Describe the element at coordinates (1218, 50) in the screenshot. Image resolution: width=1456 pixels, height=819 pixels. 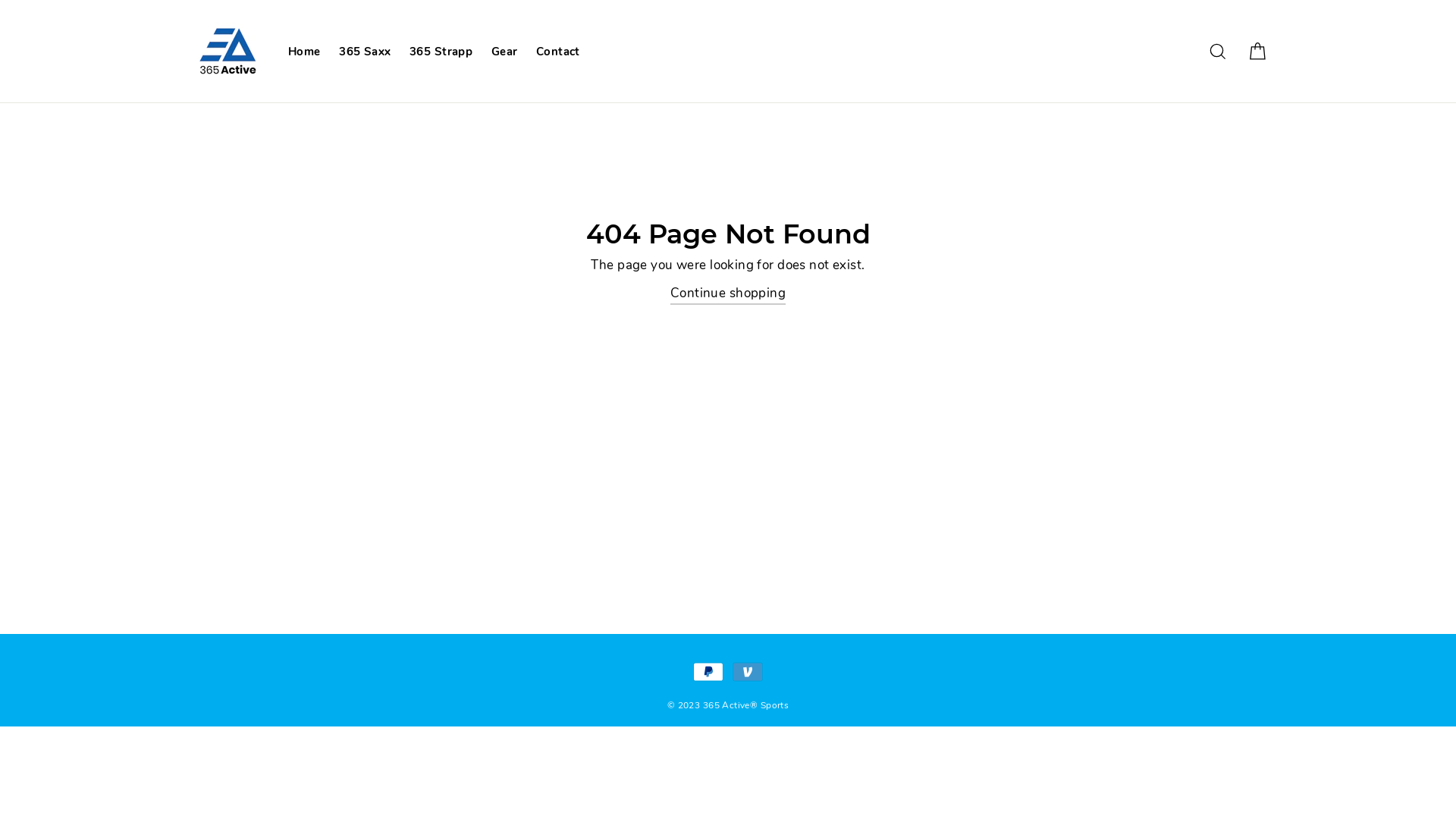
I see `'Search'` at that location.